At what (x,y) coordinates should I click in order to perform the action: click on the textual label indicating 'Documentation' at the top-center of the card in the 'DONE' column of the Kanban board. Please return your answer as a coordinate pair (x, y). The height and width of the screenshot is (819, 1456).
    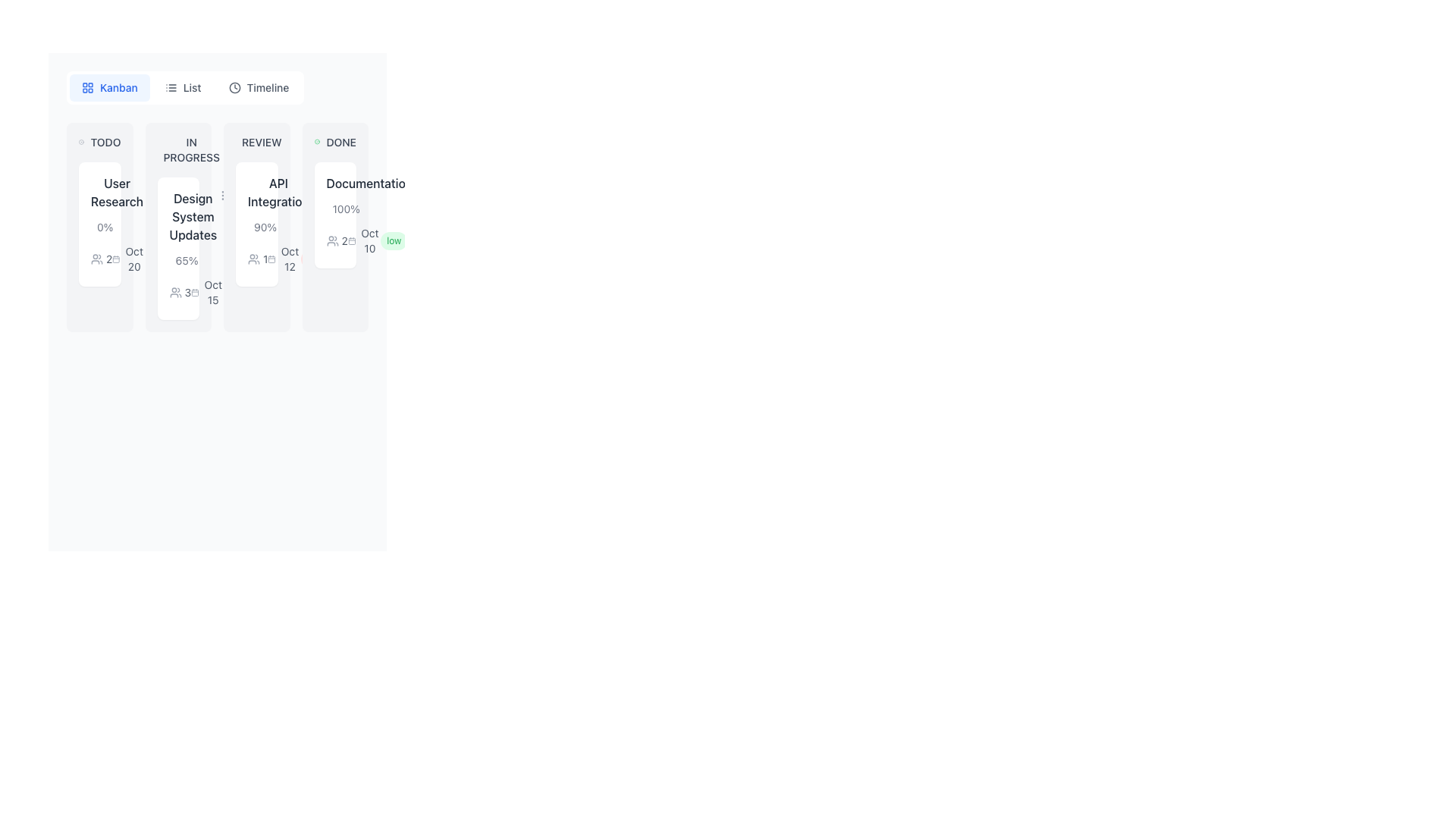
    Looking at the image, I should click on (334, 183).